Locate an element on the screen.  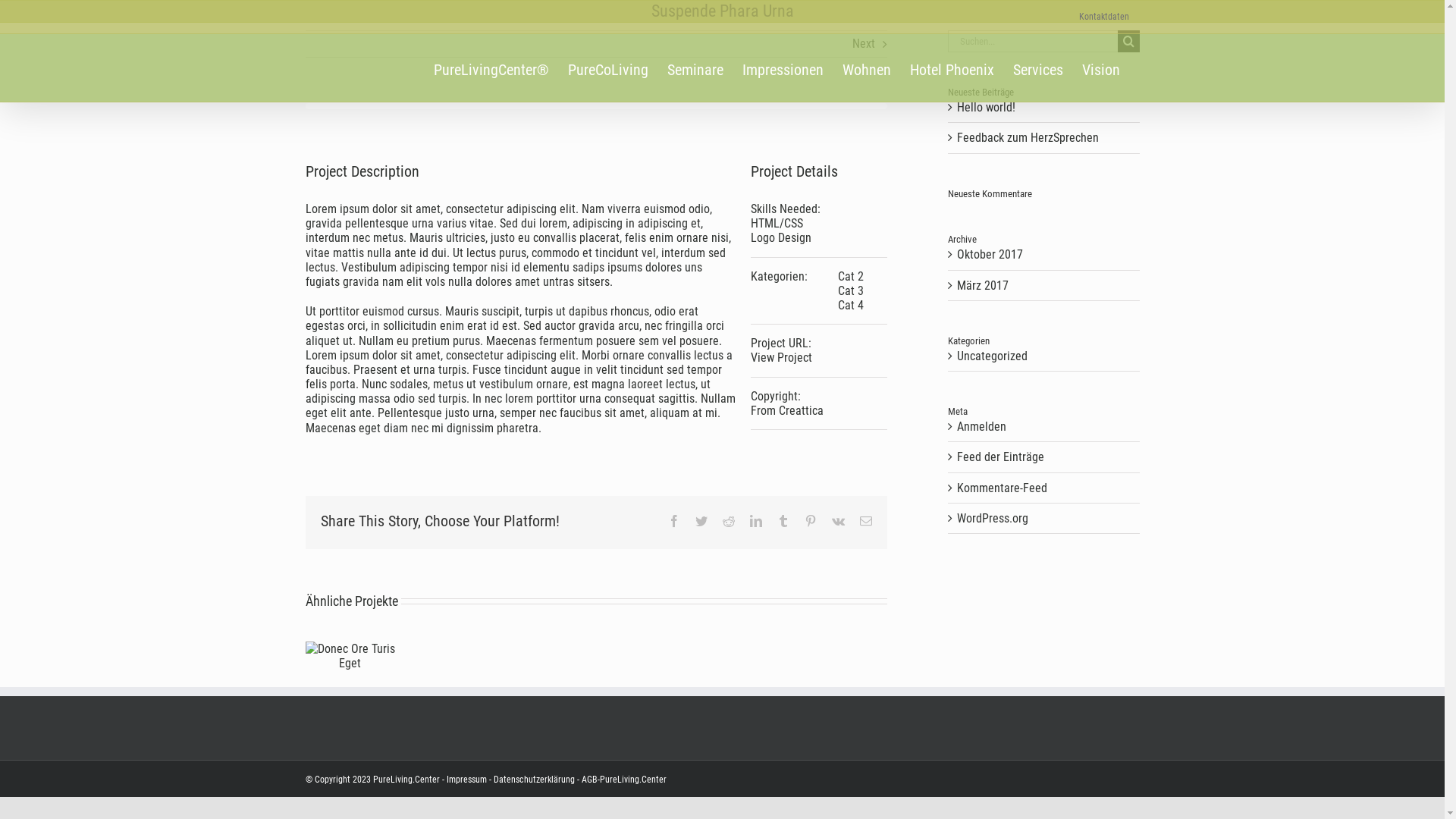
'Kontaktdaten' is located at coordinates (1068, 17).